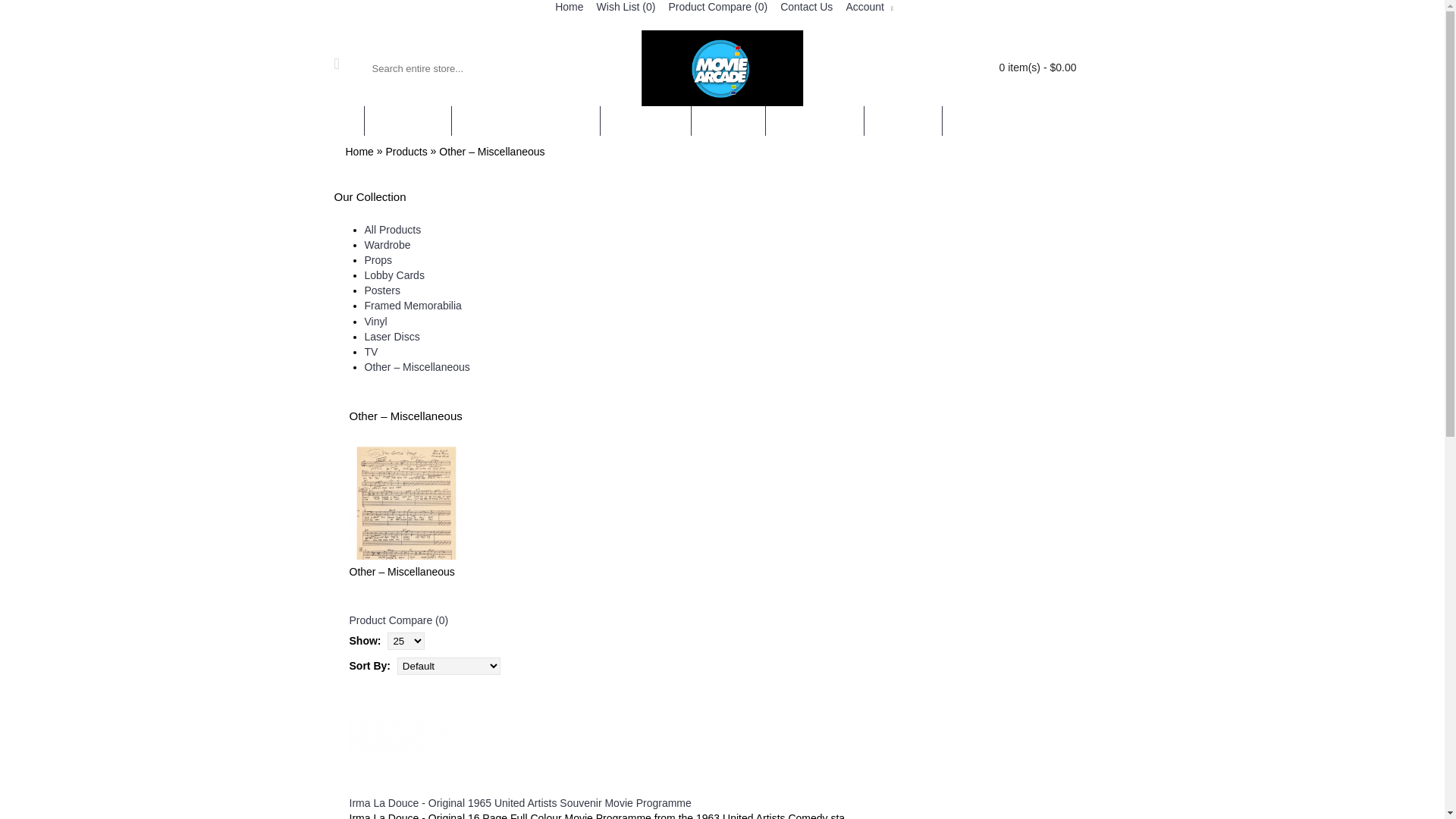  Describe the element at coordinates (392, 230) in the screenshot. I see `'All Products'` at that location.